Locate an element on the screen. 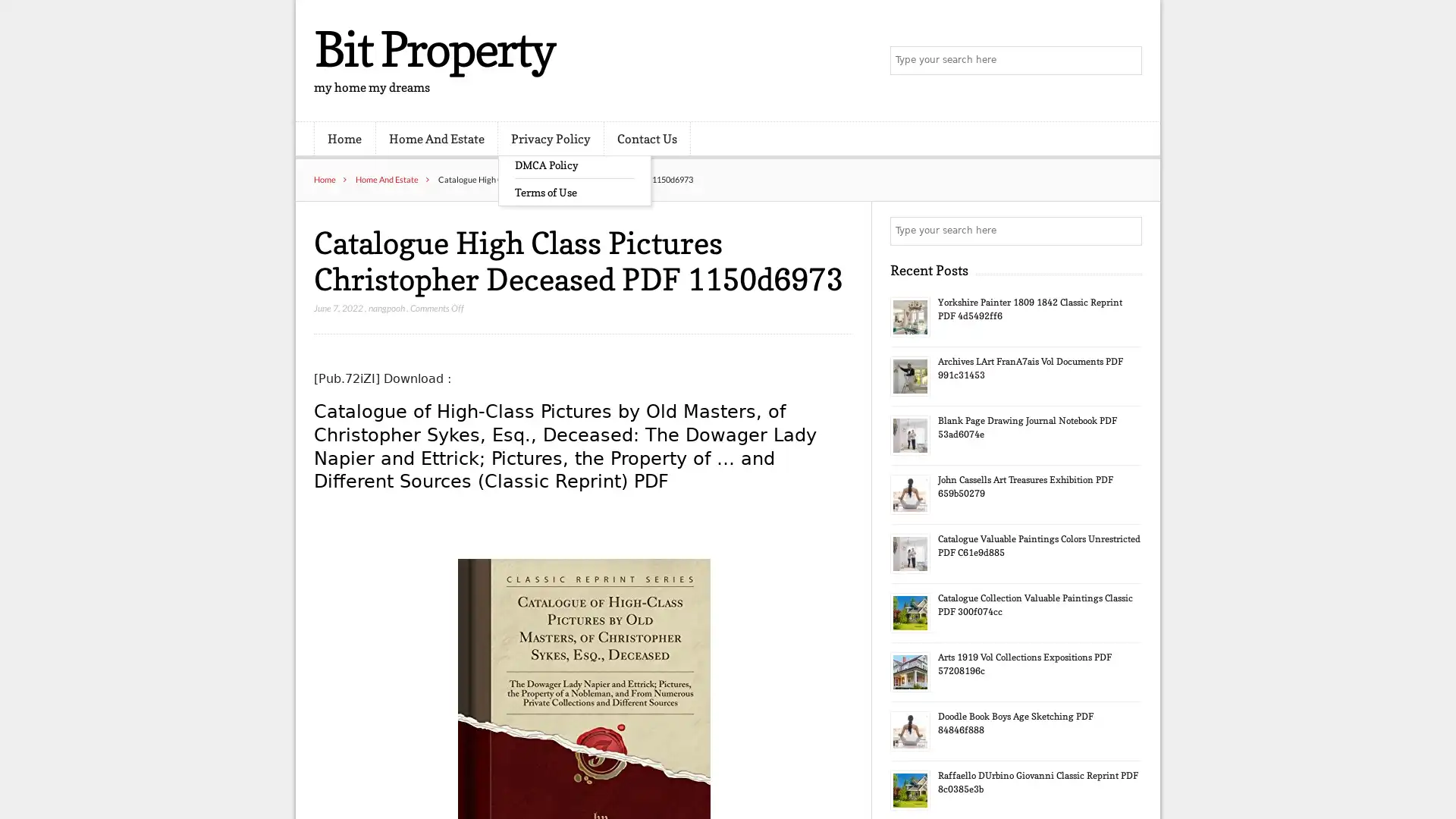  Search is located at coordinates (1126, 231).